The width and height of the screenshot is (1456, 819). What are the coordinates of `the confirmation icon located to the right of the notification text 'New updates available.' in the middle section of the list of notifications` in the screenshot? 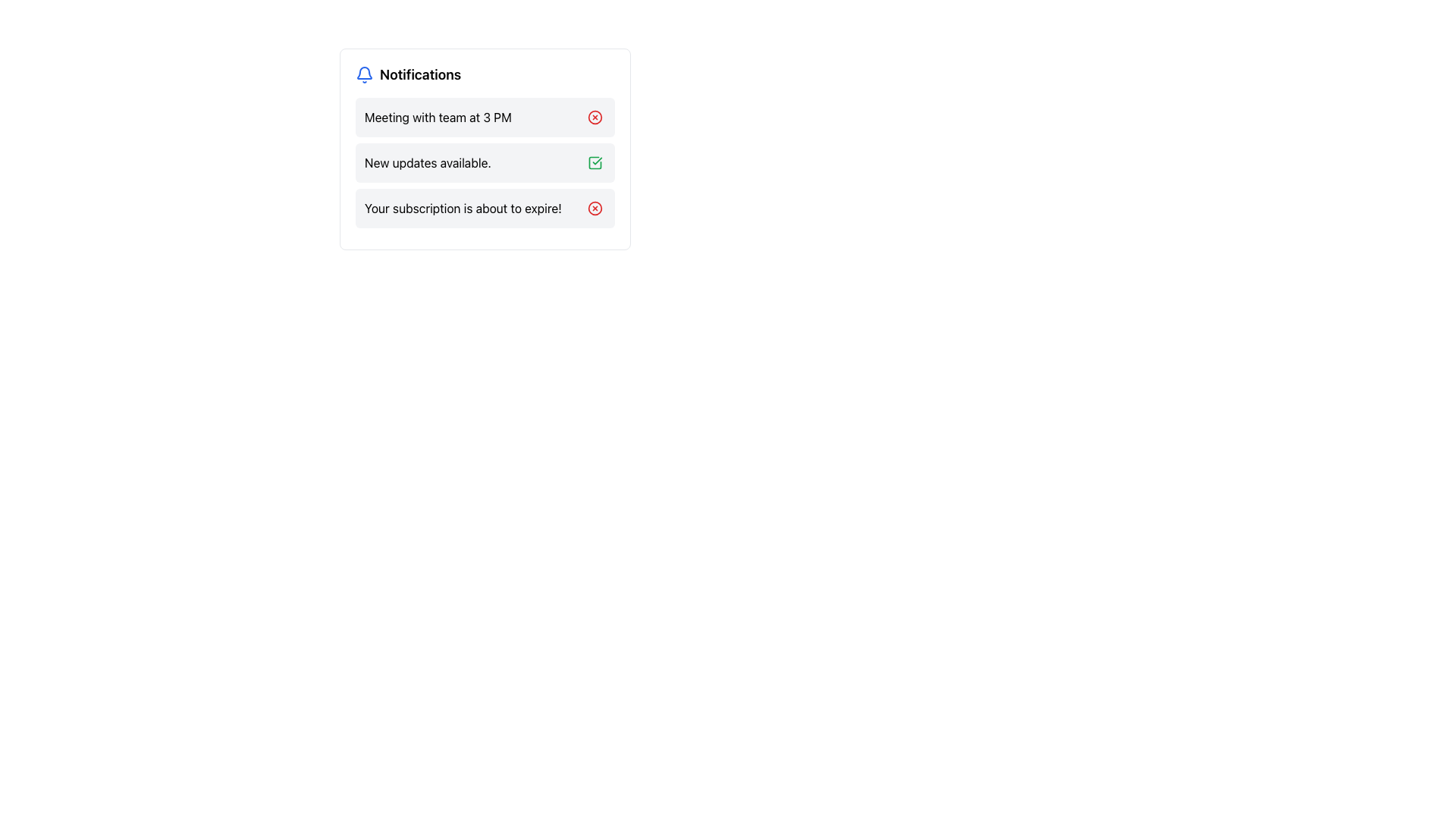 It's located at (595, 163).